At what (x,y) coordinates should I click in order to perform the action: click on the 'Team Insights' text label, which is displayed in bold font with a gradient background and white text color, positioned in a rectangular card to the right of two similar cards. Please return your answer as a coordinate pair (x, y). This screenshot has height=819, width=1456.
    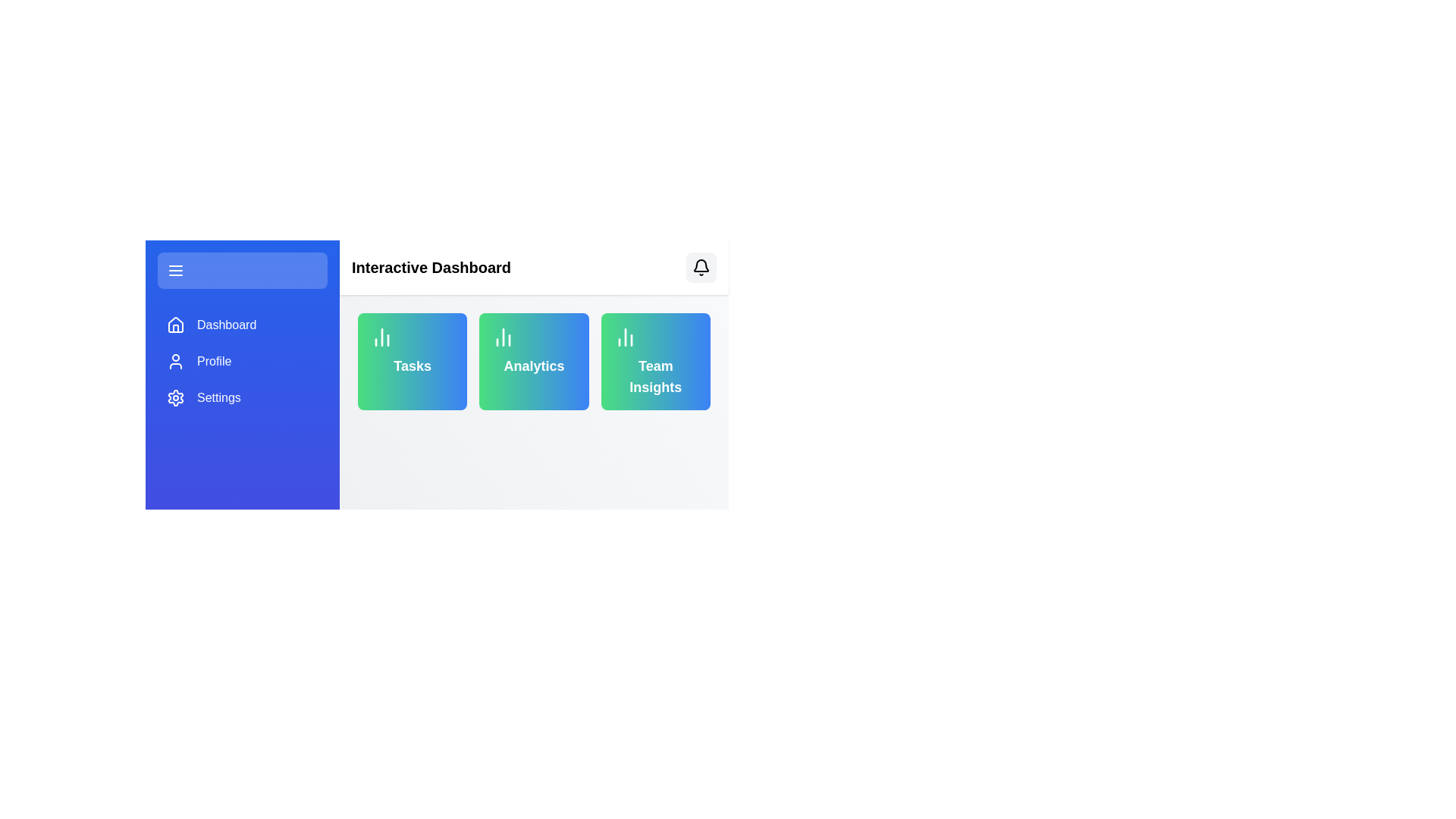
    Looking at the image, I should click on (655, 376).